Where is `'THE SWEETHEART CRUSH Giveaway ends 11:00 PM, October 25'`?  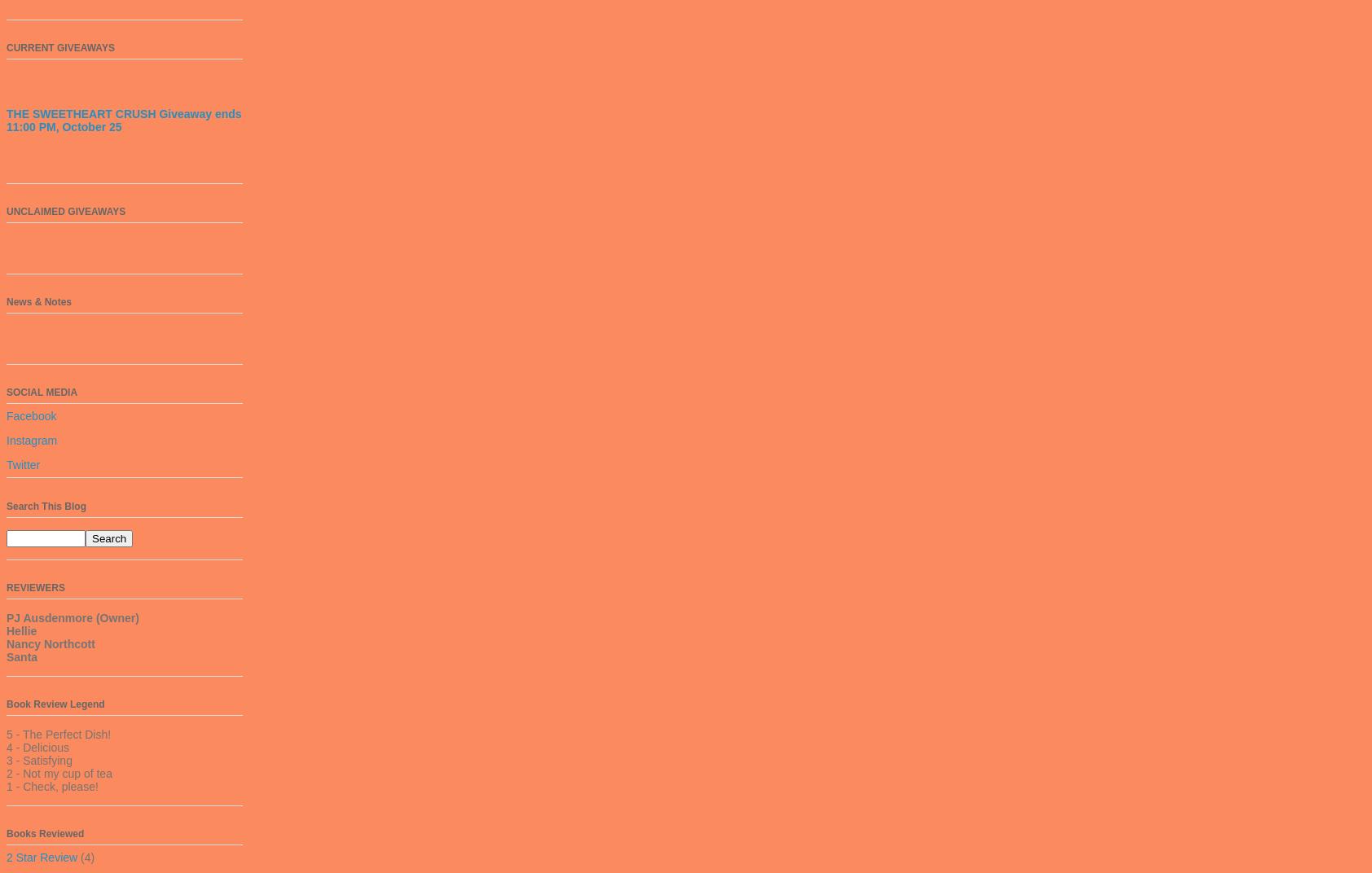 'THE SWEETHEART CRUSH Giveaway ends 11:00 PM, October 25' is located at coordinates (123, 118).